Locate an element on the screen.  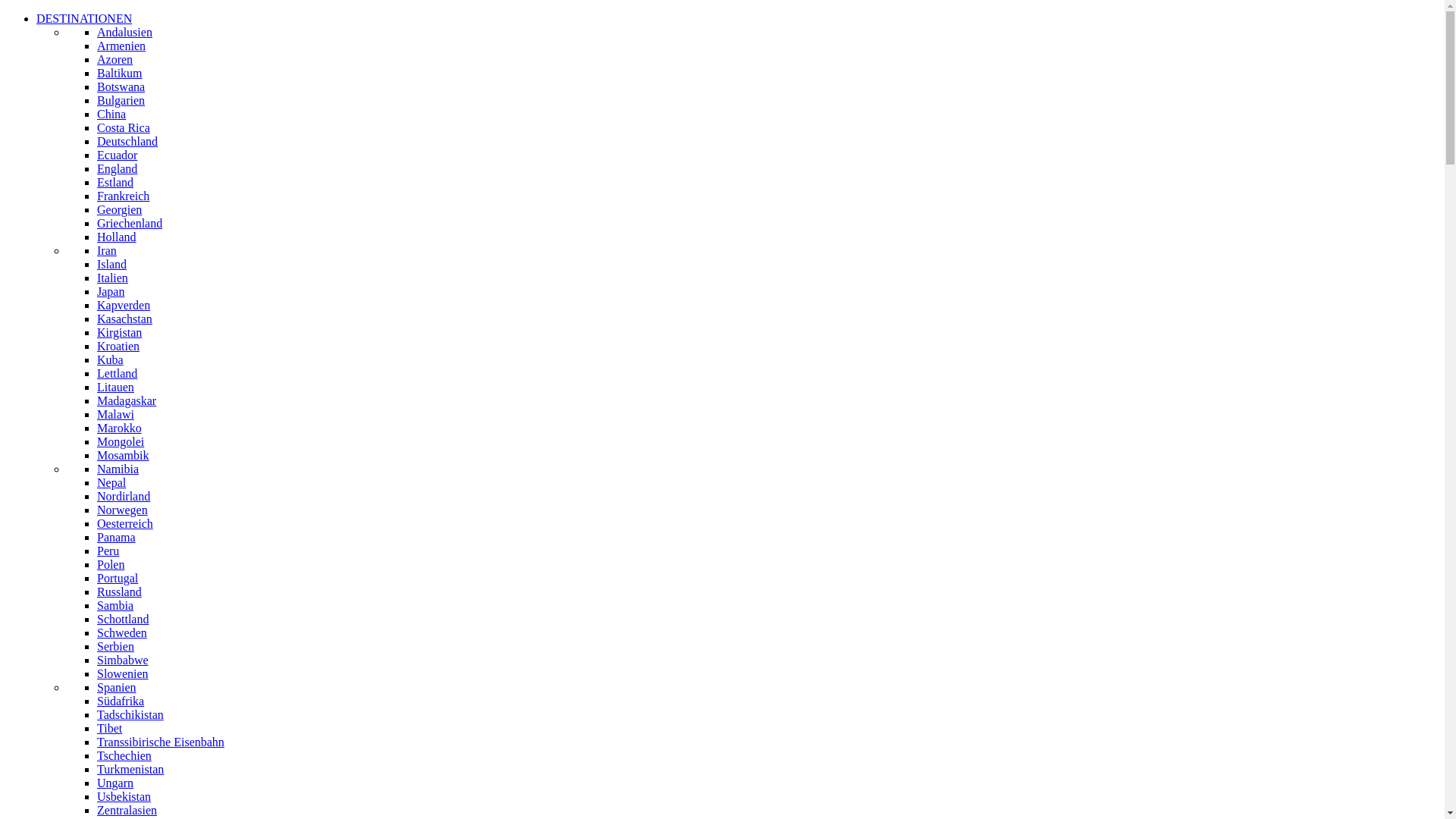
'Estland' is located at coordinates (115, 181).